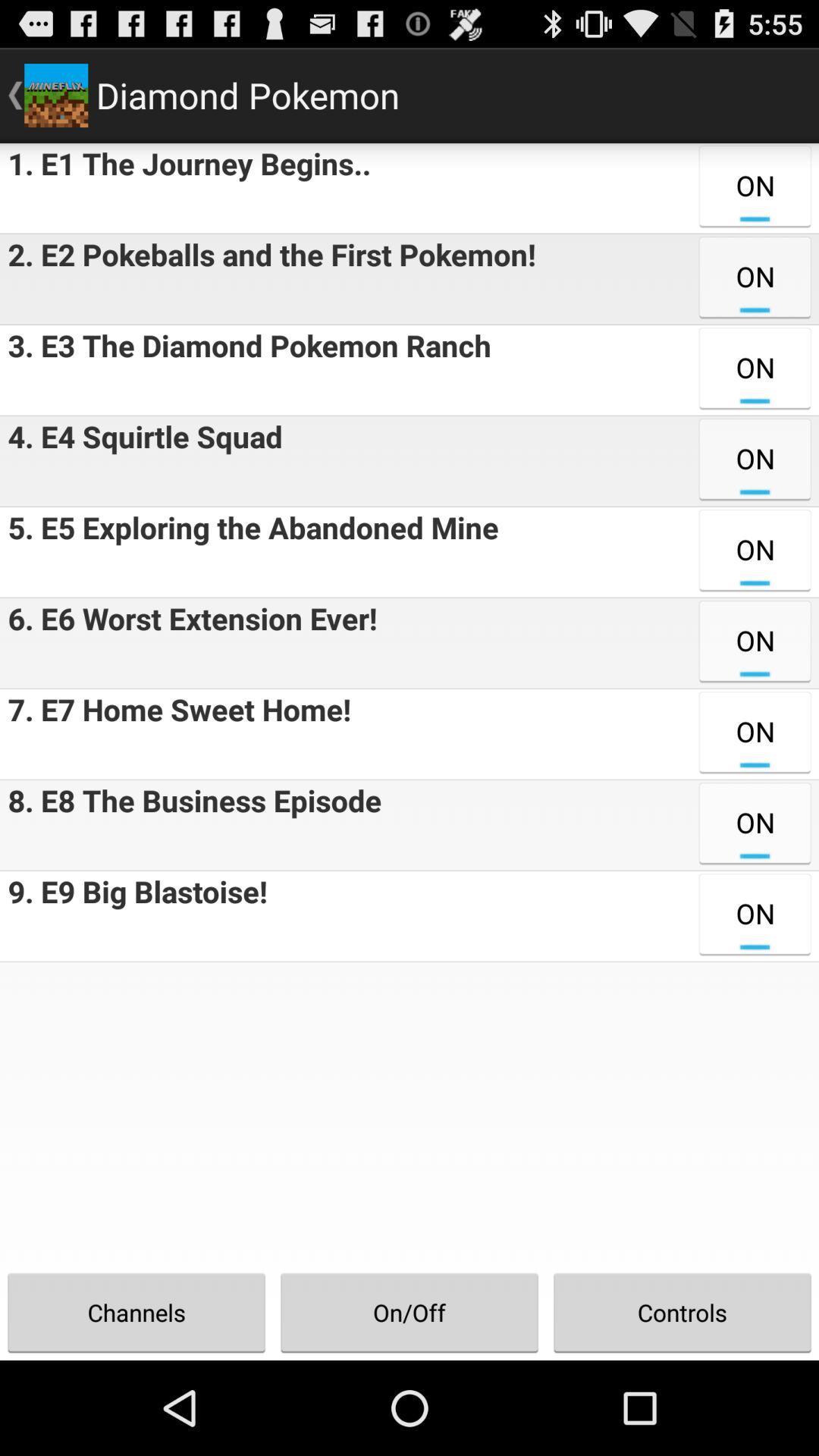  Describe the element at coordinates (190, 824) in the screenshot. I see `icon to the left of on icon` at that location.